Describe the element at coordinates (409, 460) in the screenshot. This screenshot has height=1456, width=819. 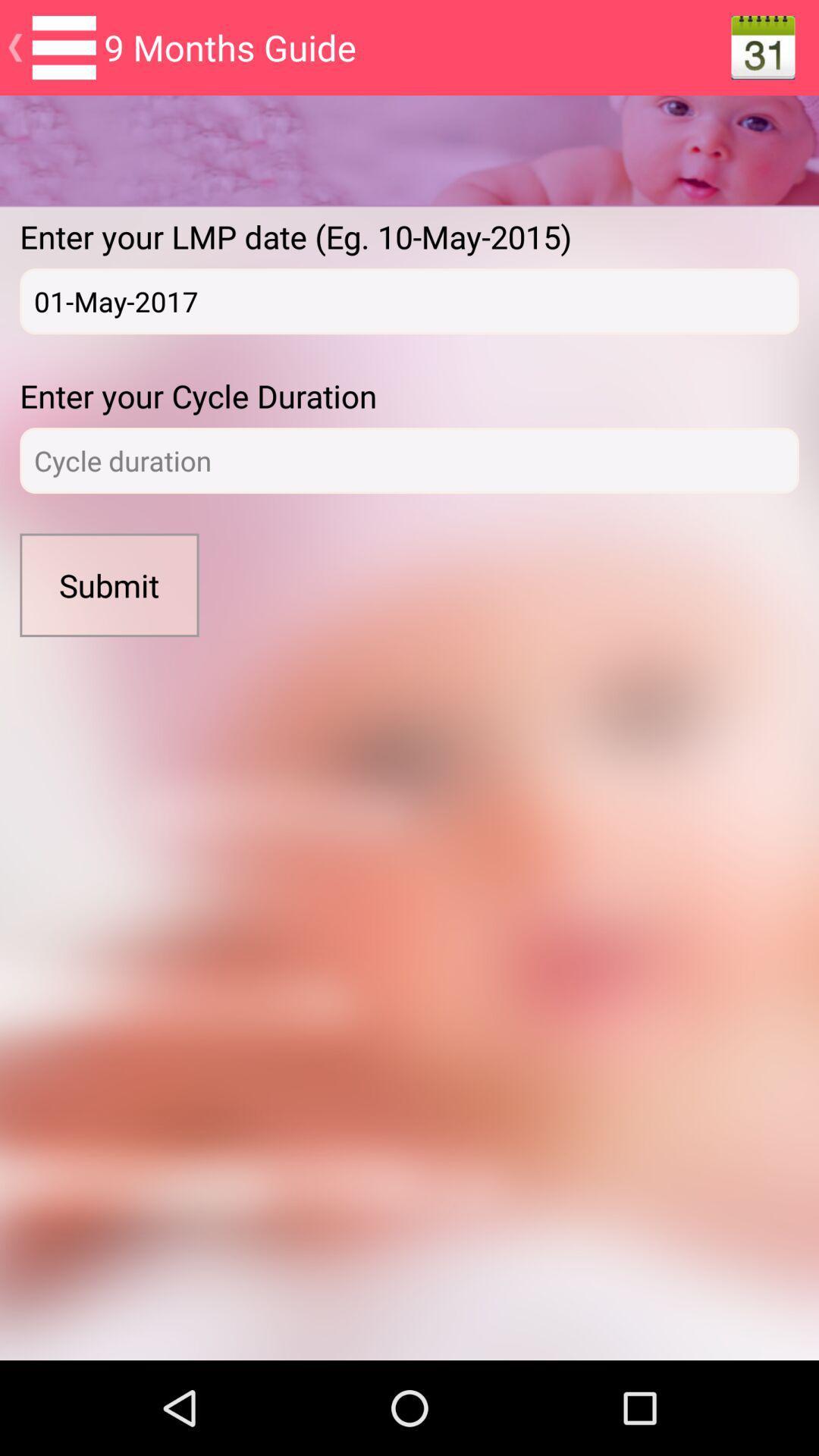
I see `login page` at that location.